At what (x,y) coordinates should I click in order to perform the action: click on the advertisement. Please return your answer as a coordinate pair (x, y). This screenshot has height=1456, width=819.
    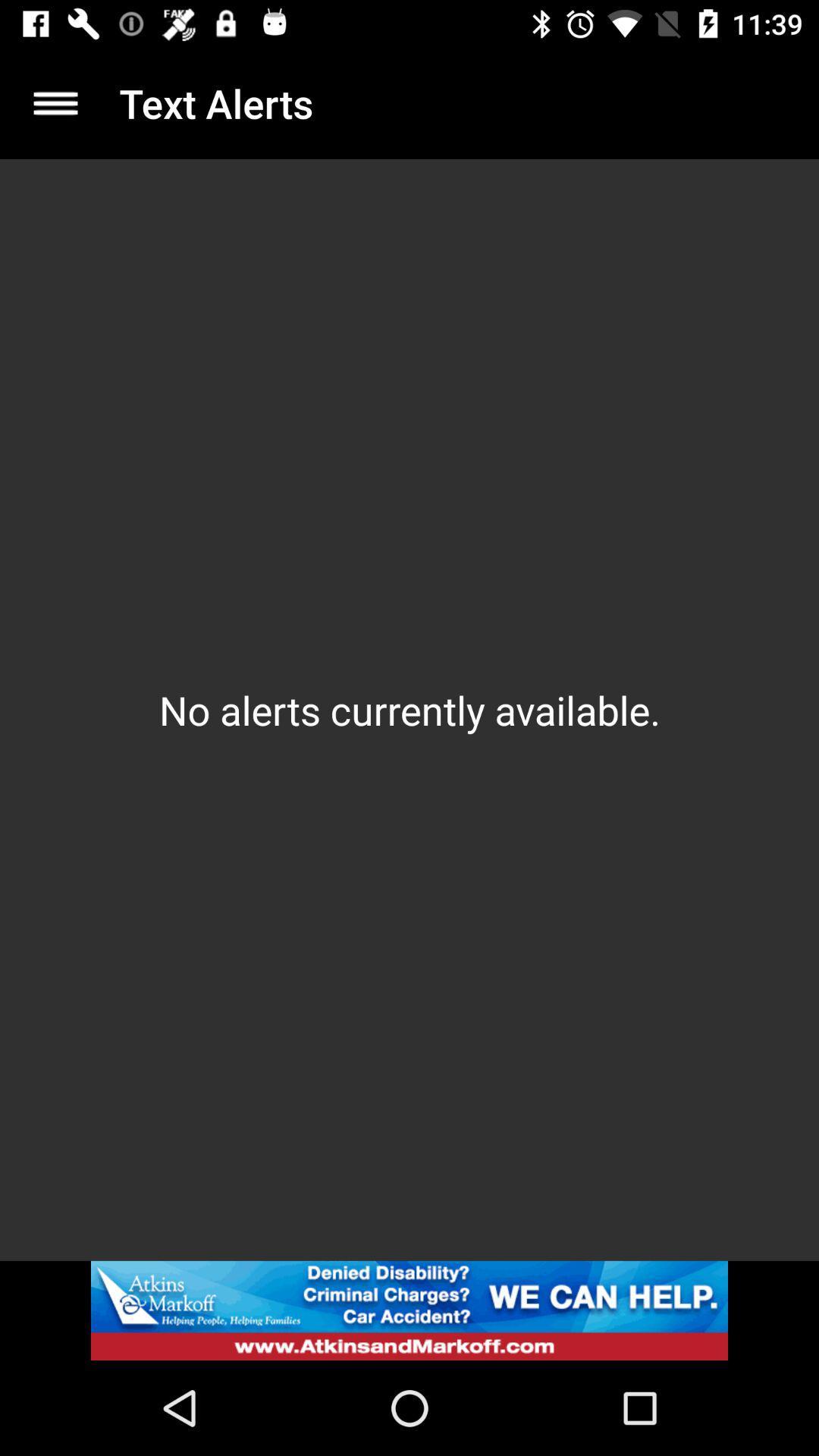
    Looking at the image, I should click on (409, 1310).